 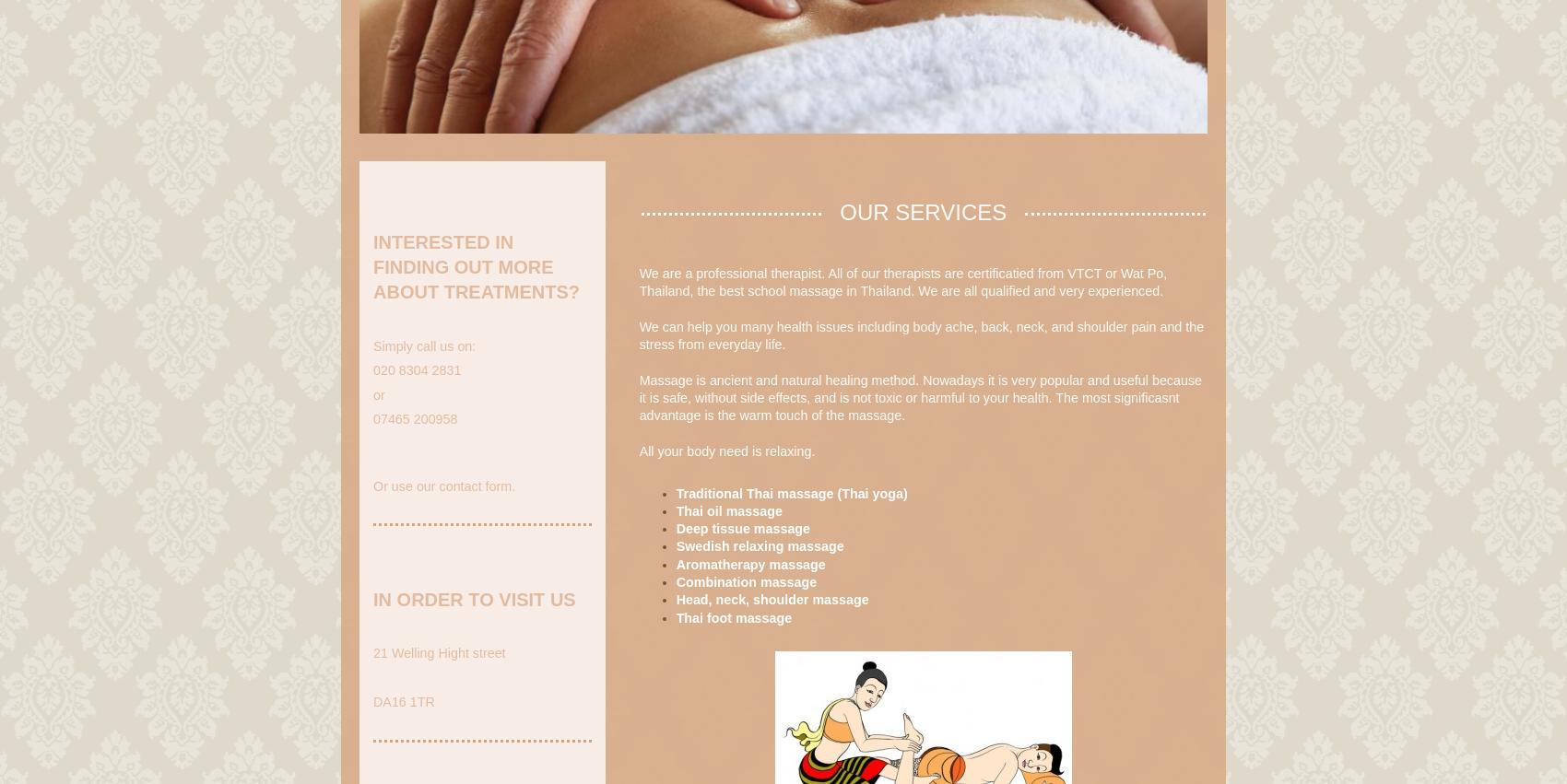 What do you see at coordinates (734, 616) in the screenshot?
I see `'Thai foot
massage'` at bounding box center [734, 616].